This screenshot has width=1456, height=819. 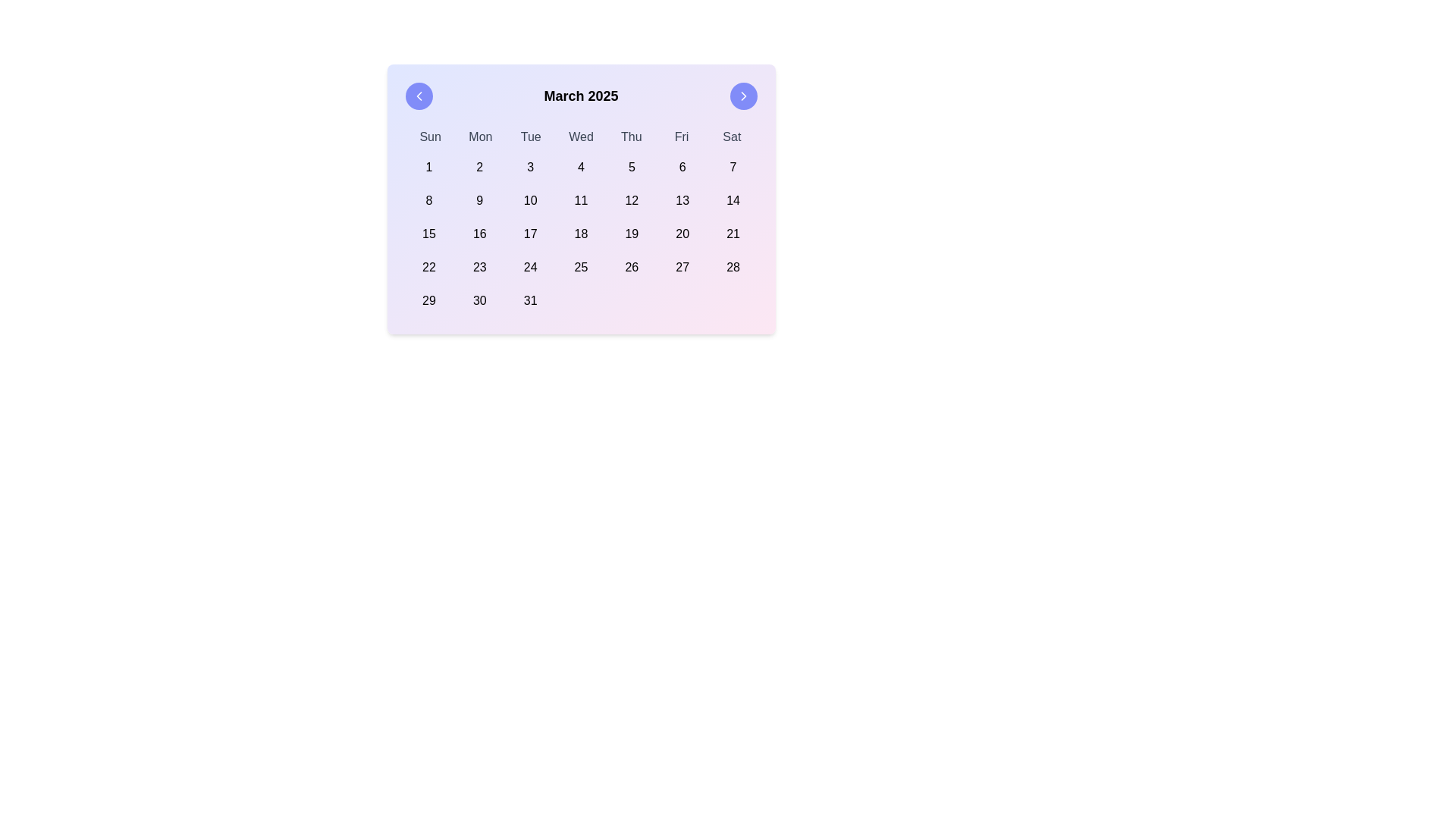 I want to click on the interactive day element displaying the number '22' in the calendar grid for March 2025, so click(x=428, y=267).